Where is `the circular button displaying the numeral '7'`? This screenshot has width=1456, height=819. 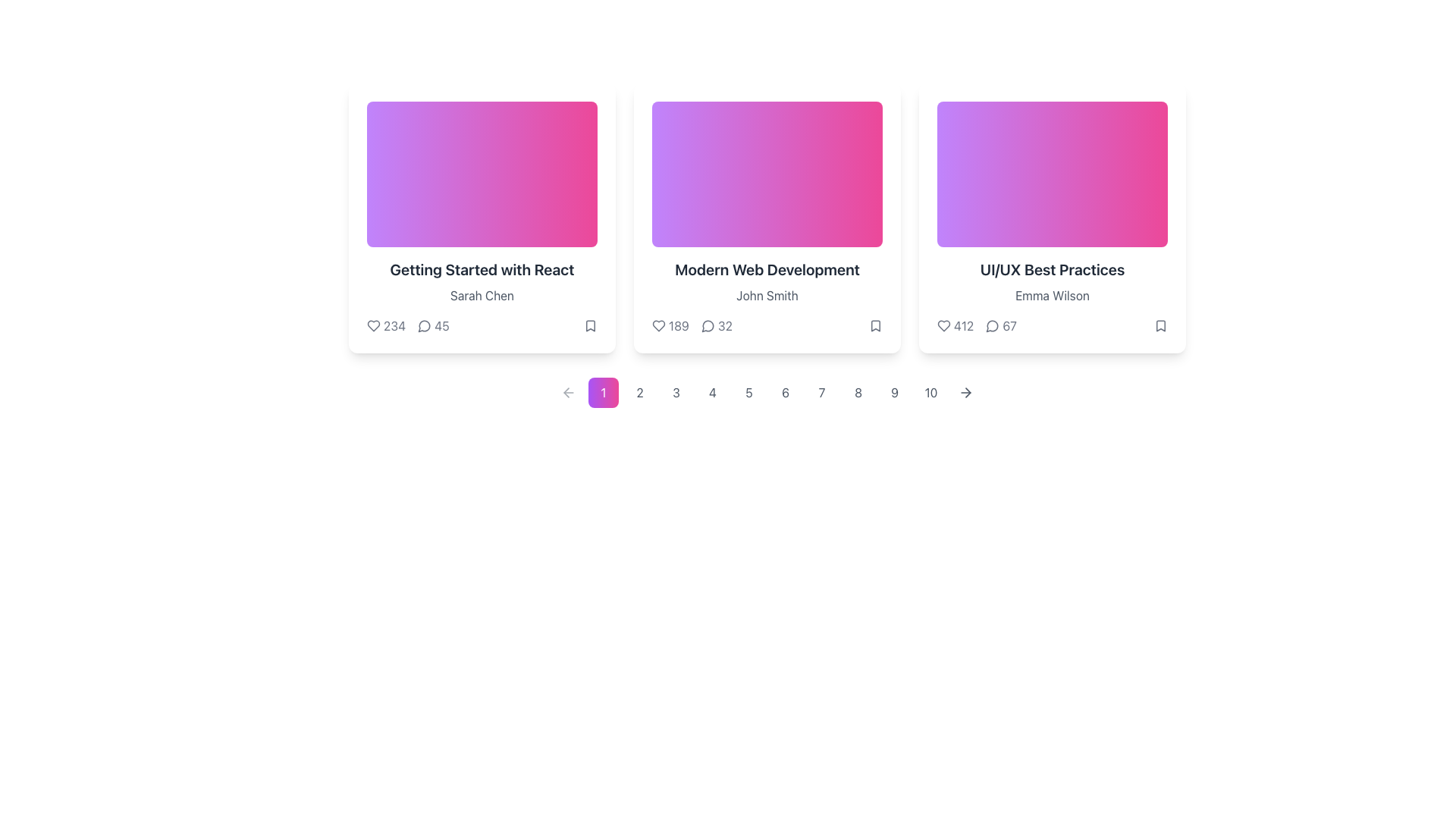 the circular button displaying the numeral '7' is located at coordinates (821, 391).